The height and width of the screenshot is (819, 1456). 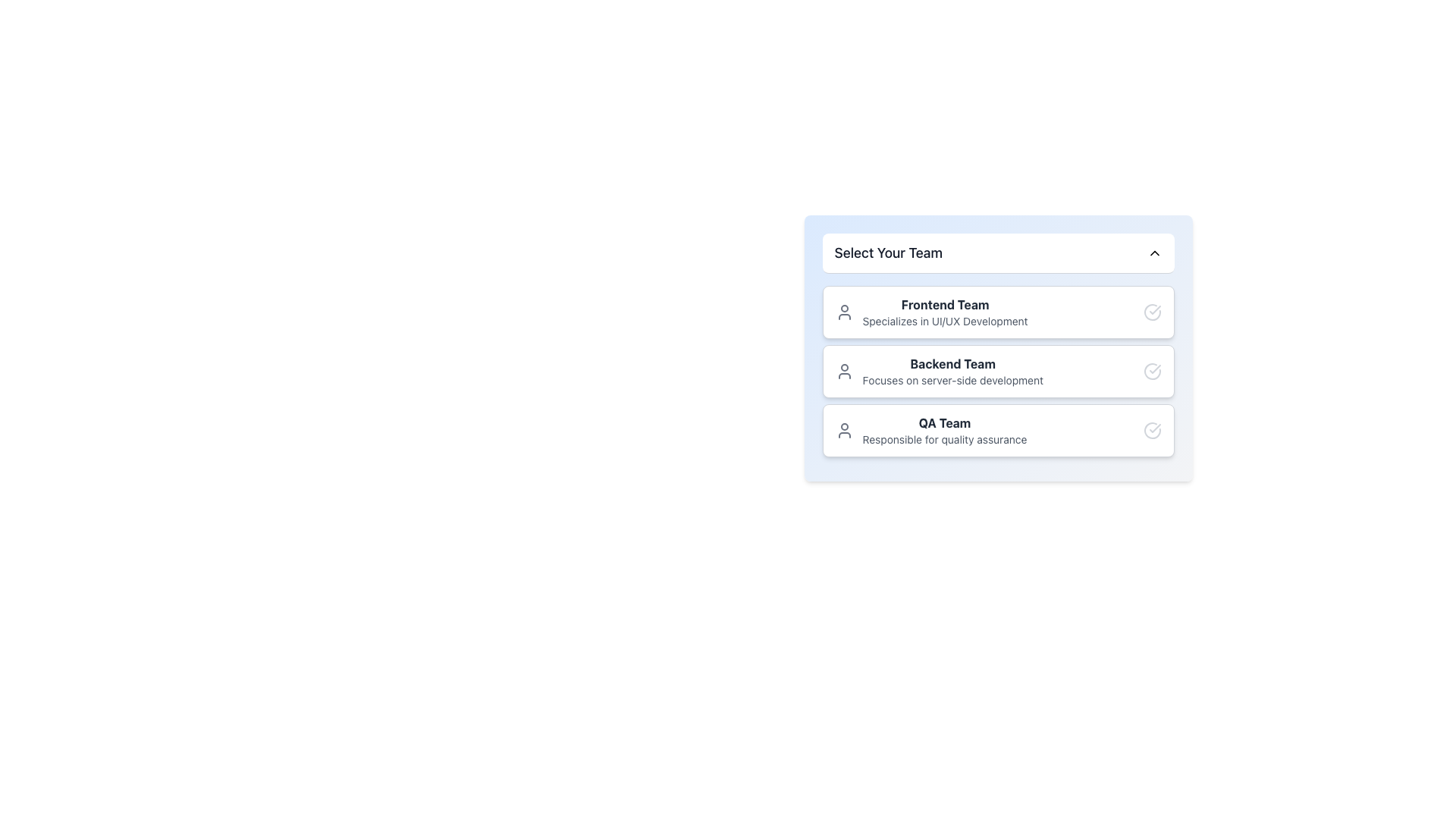 What do you see at coordinates (843, 430) in the screenshot?
I see `the user icon in grayscale style located to the left of the bold text 'QA Team' in the third item of the 'Select Your Team' list` at bounding box center [843, 430].